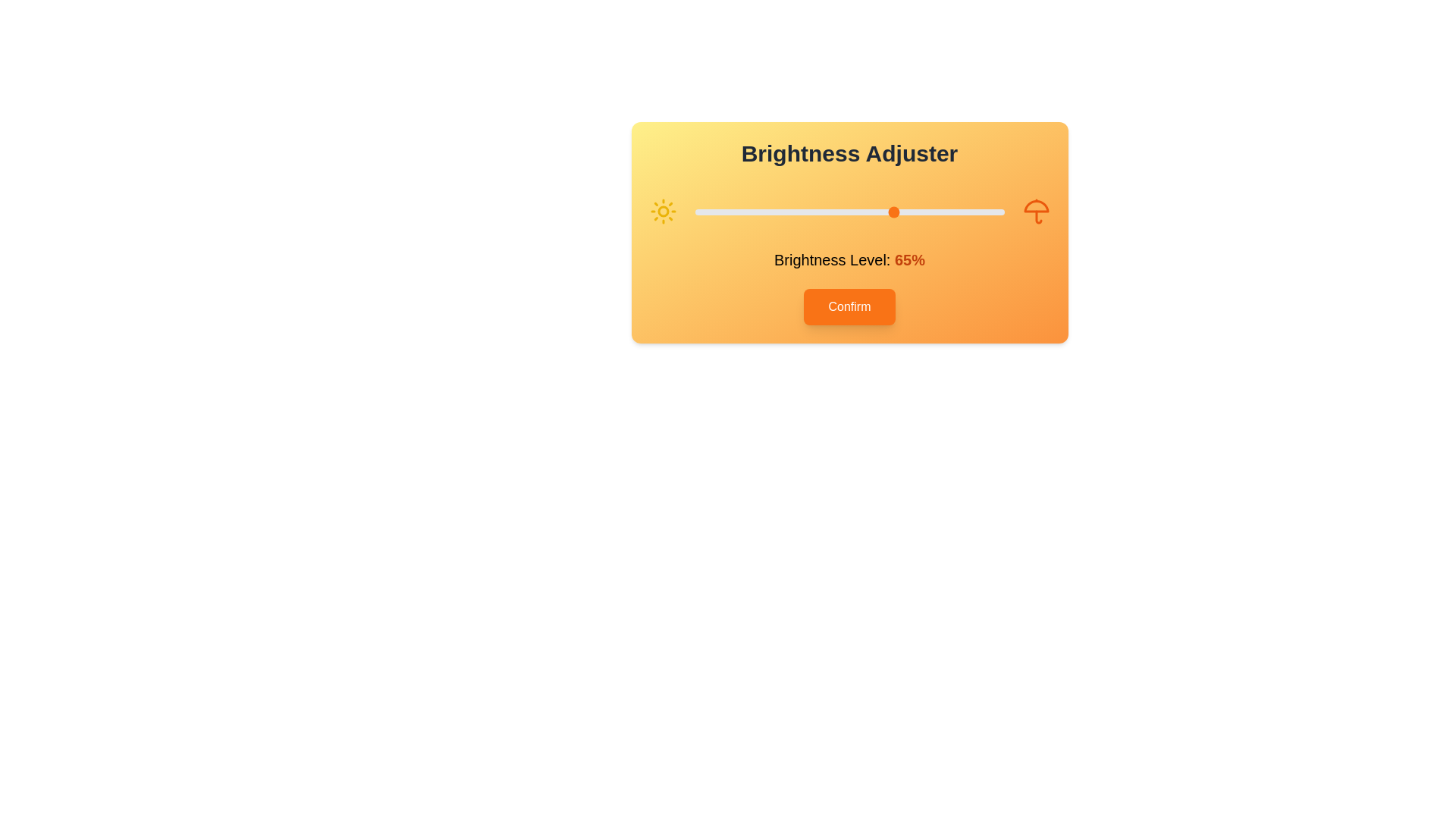  Describe the element at coordinates (663, 211) in the screenshot. I see `the Sun icon near the slider` at that location.